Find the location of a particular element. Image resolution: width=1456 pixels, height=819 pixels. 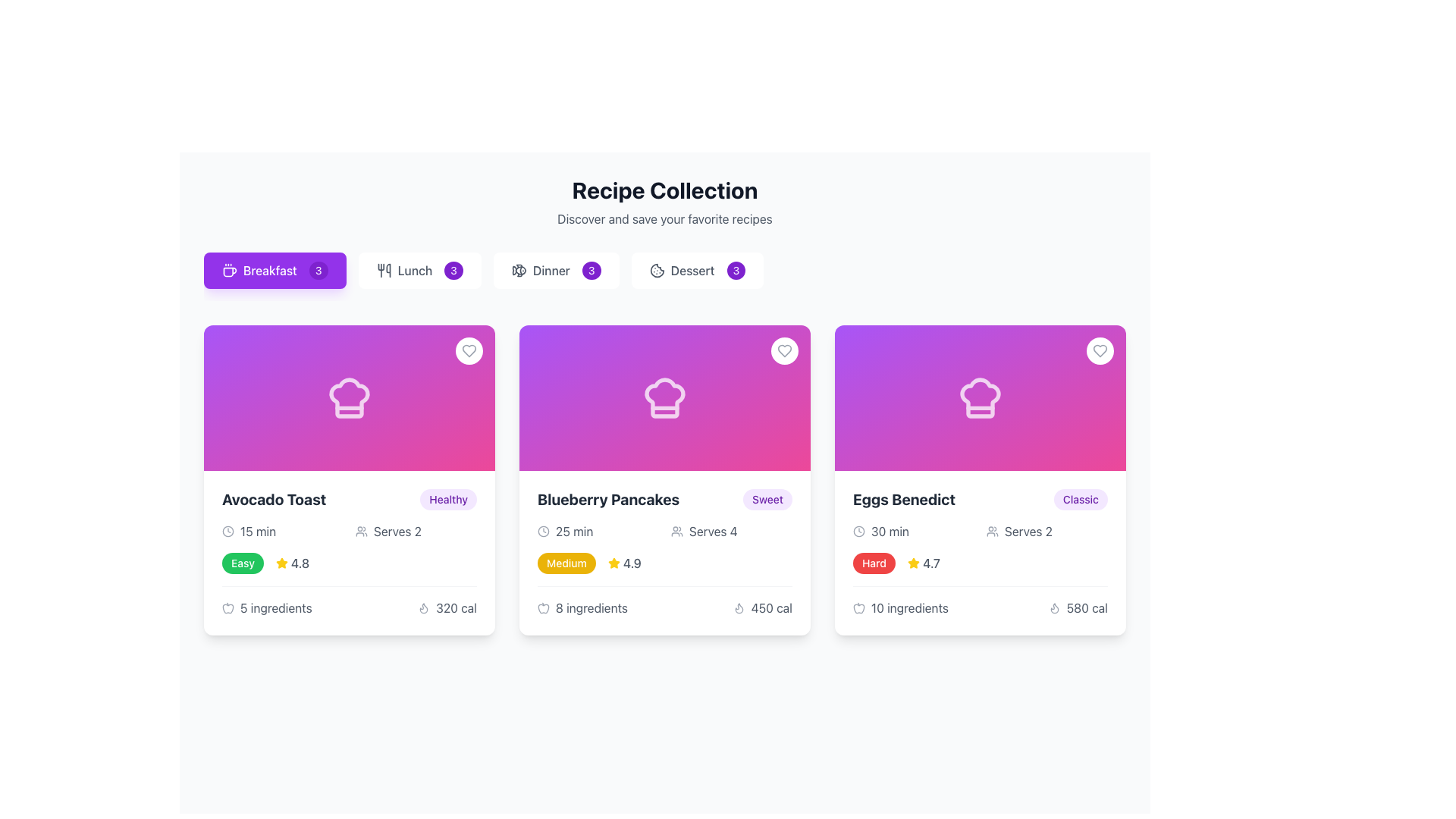

the Rating indicator for 'Avocado Toast', which is positioned in the first column of the recipe grid, near the top-right section of its card, adjacent to the 'Easy' label is located at coordinates (292, 563).